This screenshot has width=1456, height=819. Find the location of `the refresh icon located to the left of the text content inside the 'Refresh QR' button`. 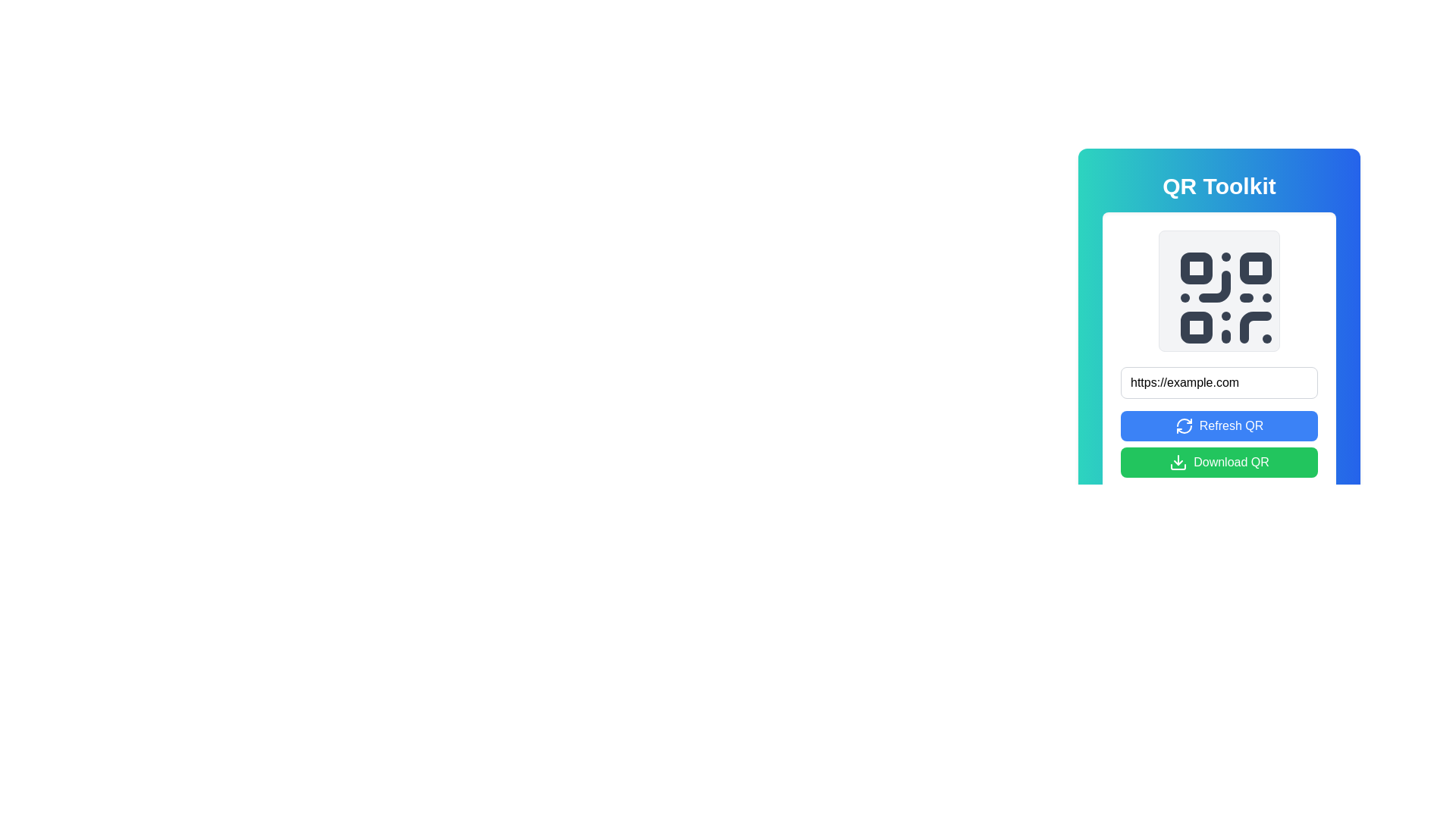

the refresh icon located to the left of the text content inside the 'Refresh QR' button is located at coordinates (1183, 426).